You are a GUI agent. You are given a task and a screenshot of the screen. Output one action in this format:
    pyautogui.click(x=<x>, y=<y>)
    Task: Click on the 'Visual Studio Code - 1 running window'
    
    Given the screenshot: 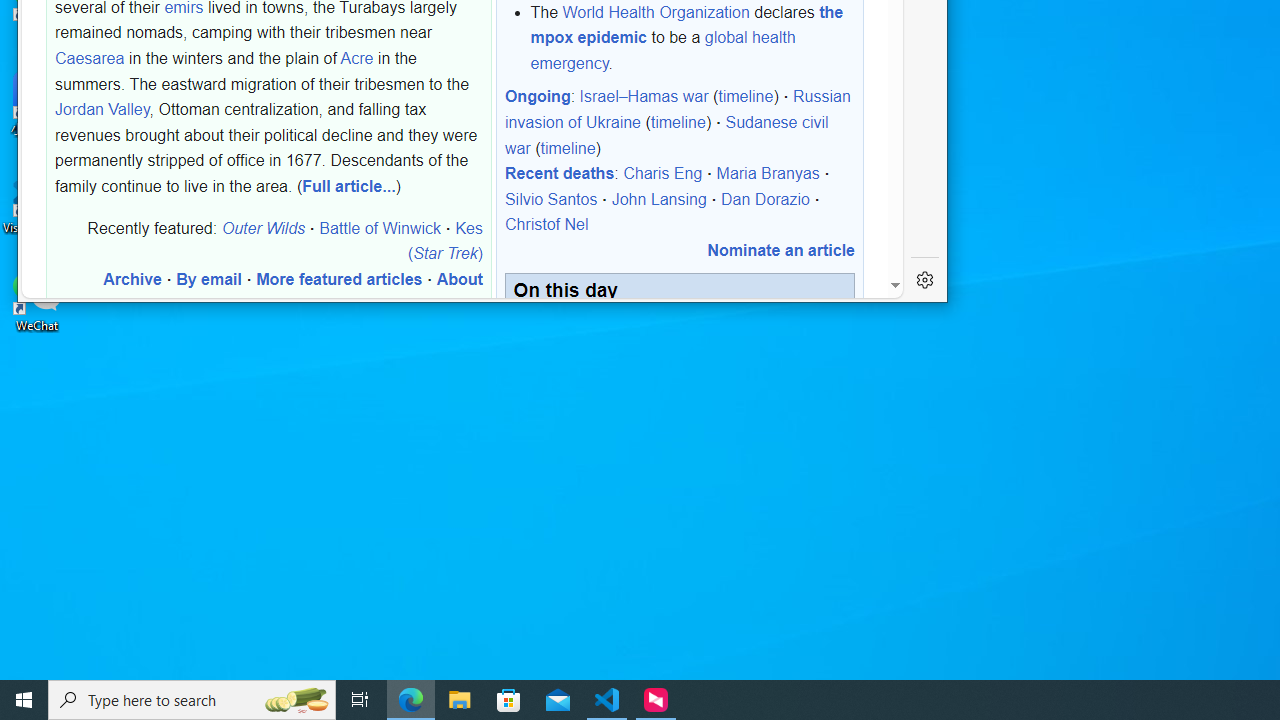 What is the action you would take?
    pyautogui.click(x=606, y=698)
    